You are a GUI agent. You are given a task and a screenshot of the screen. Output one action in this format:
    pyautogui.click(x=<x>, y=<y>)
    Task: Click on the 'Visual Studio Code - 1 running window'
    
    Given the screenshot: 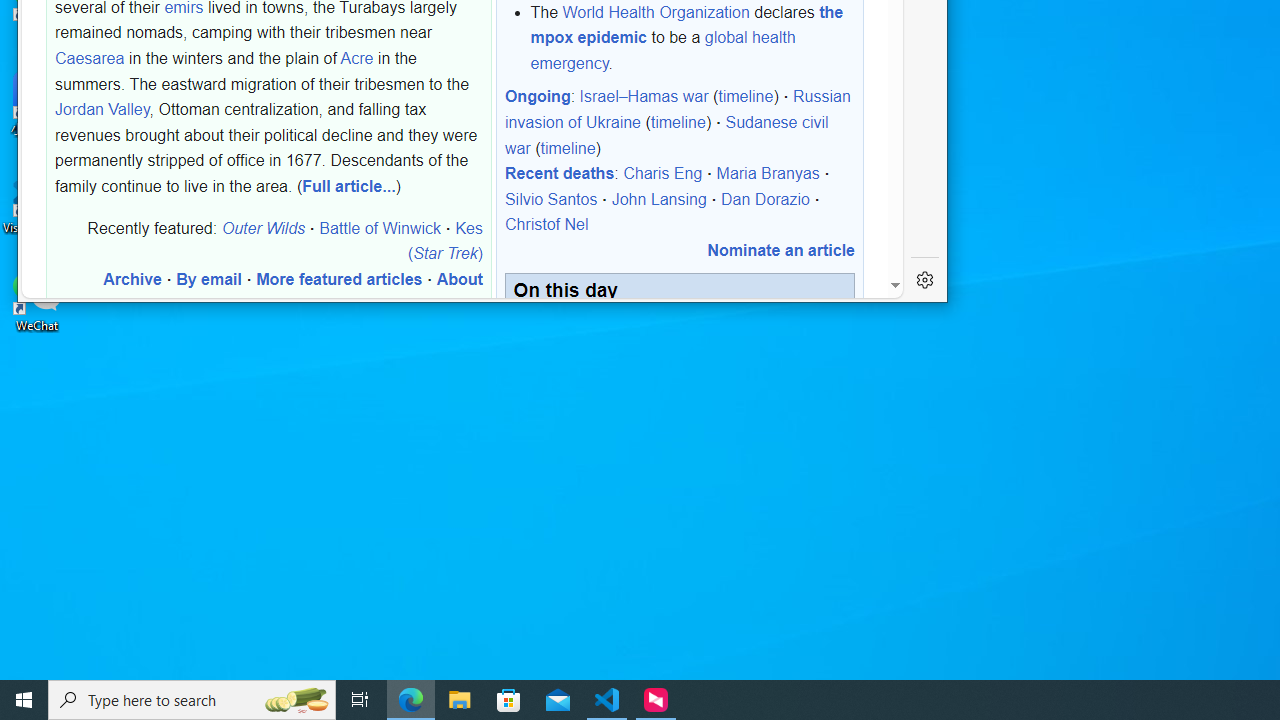 What is the action you would take?
    pyautogui.click(x=606, y=698)
    